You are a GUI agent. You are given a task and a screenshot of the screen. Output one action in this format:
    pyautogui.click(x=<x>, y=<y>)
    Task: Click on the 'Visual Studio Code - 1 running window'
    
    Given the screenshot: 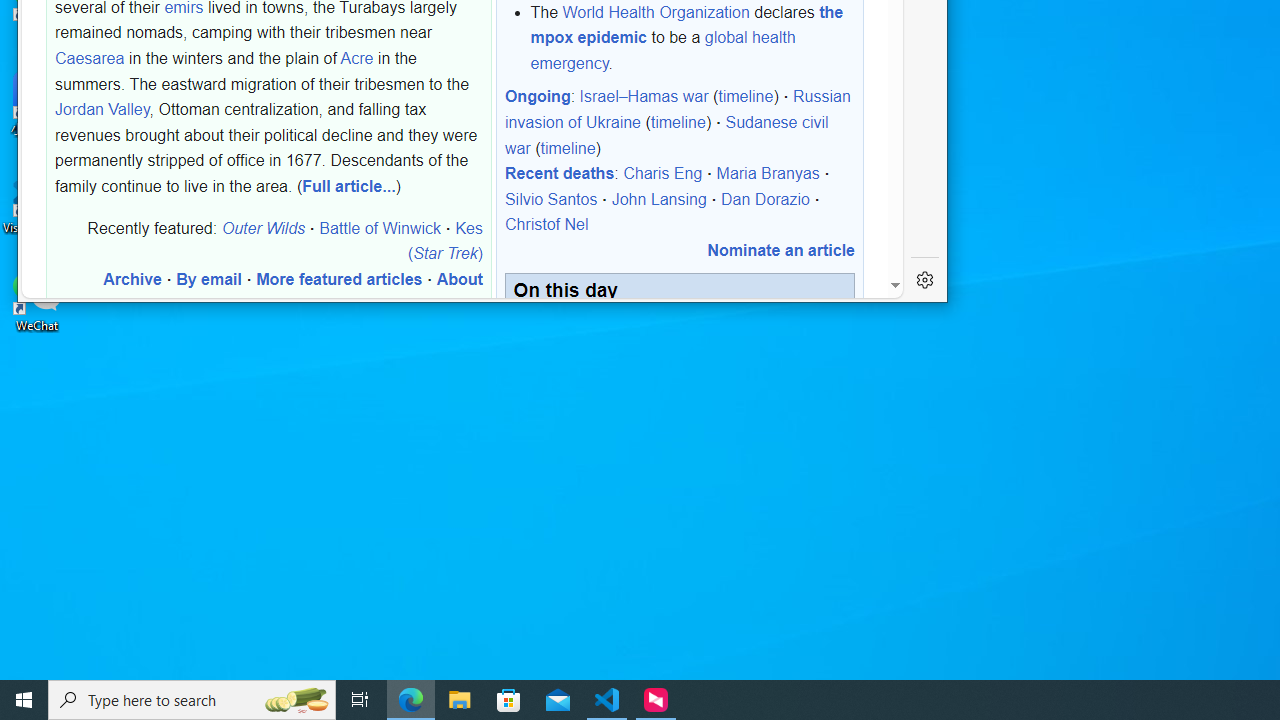 What is the action you would take?
    pyautogui.click(x=606, y=698)
    